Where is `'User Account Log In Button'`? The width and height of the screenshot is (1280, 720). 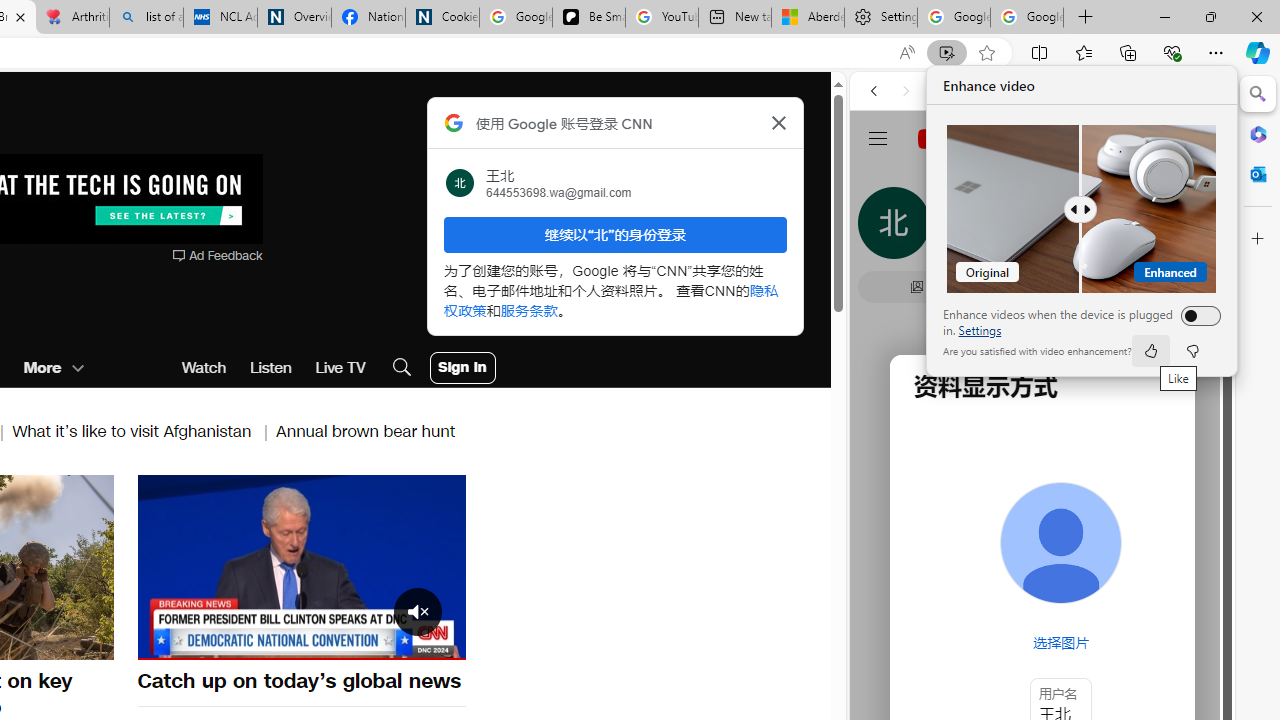 'User Account Log In Button' is located at coordinates (461, 367).